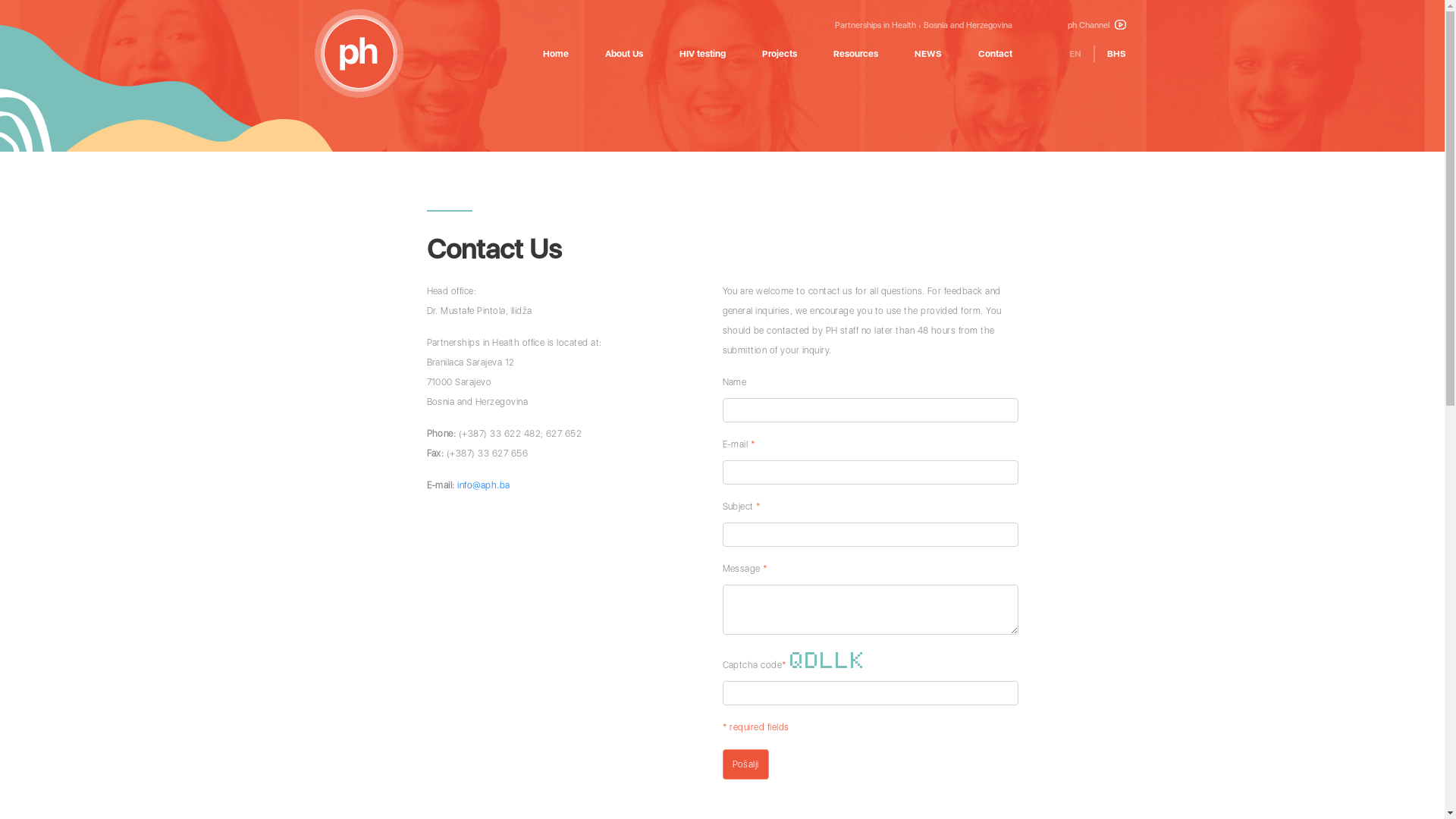 Image resolution: width=1456 pixels, height=819 pixels. What do you see at coordinates (1097, 25) in the screenshot?
I see `'ph Channel'` at bounding box center [1097, 25].